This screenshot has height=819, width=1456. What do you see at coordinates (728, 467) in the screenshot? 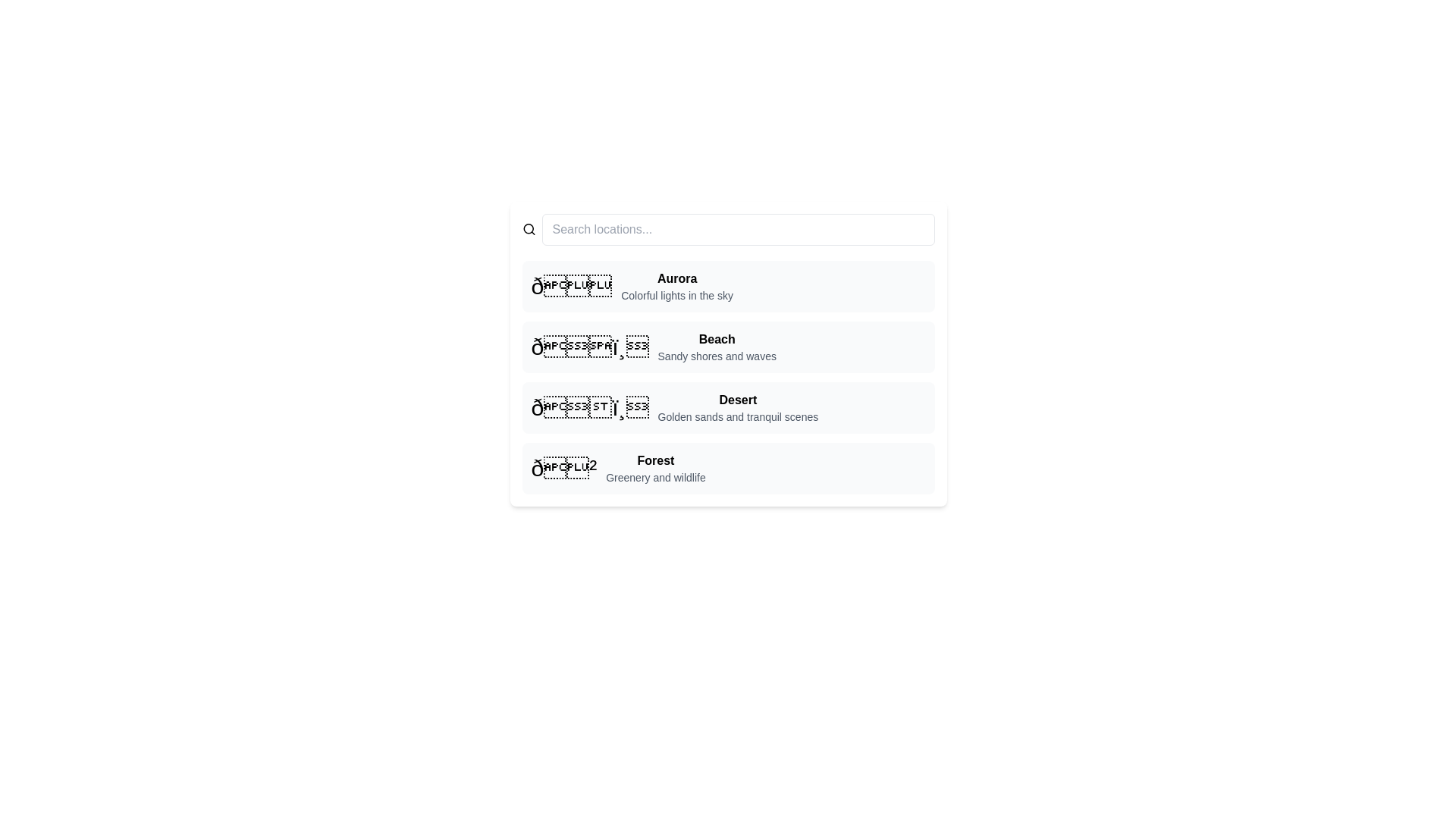
I see `the selectable list item labeled 'Forest'` at bounding box center [728, 467].